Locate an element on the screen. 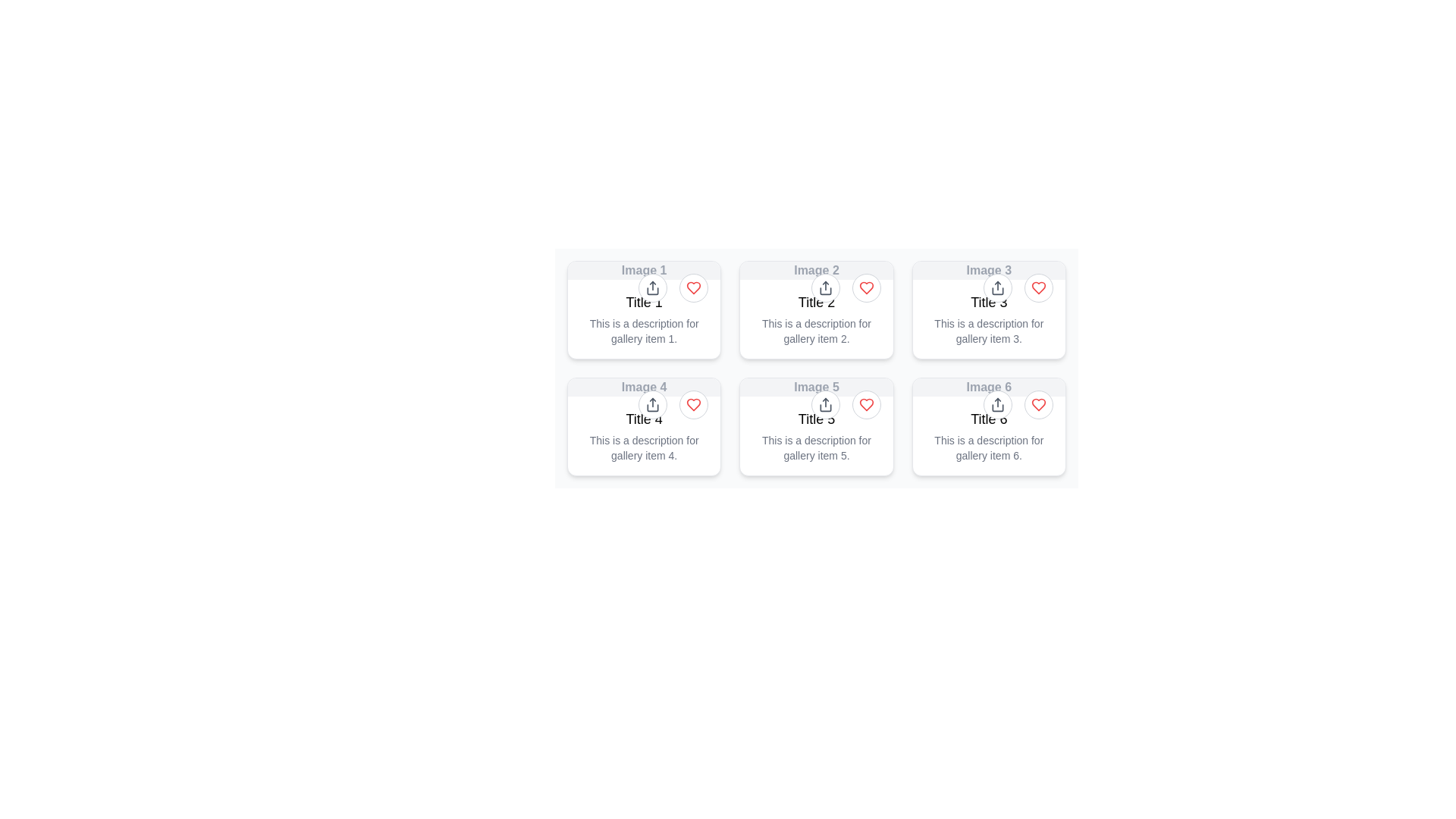  the text label that displays 'Title 6', which is located in the bottom-right card of a grid layout, above the description text is located at coordinates (989, 419).